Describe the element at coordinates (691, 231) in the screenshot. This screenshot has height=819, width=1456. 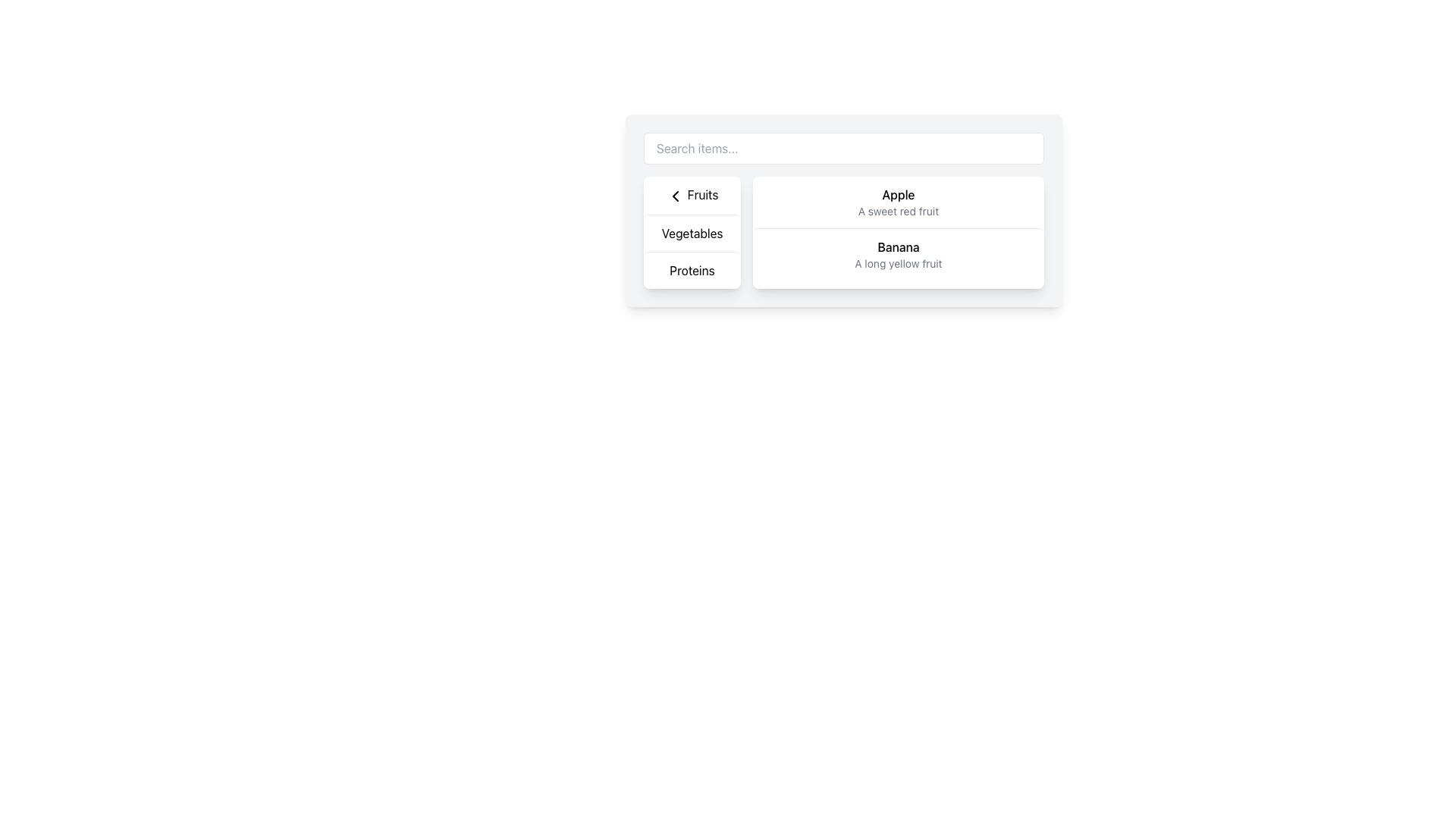
I see `the 'Vegetables' option in the vertical navigation list` at that location.